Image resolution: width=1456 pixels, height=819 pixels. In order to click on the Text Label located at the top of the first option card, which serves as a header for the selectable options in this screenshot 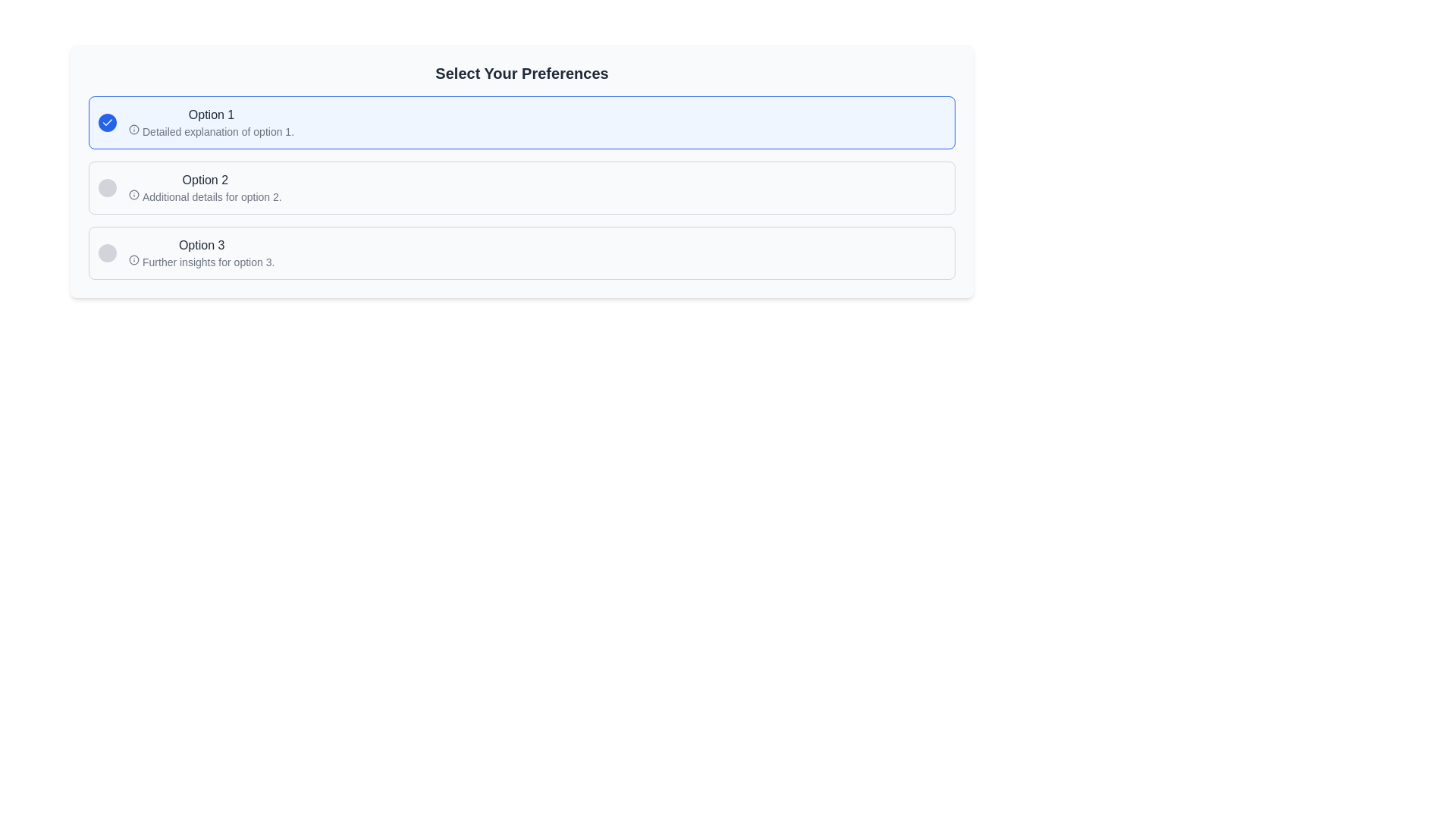, I will do `click(210, 114)`.